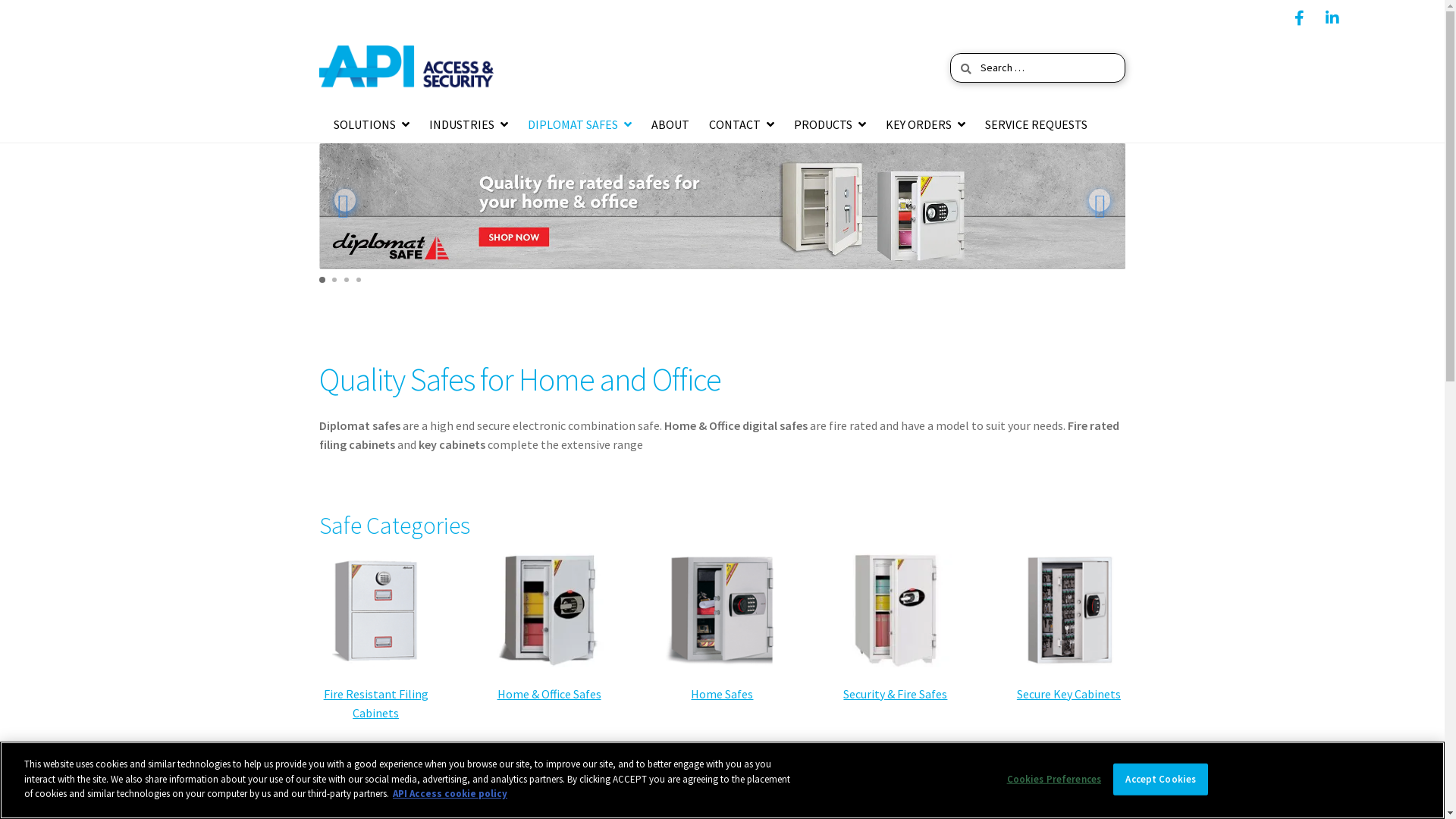  I want to click on 'Search', so click(949, 52).